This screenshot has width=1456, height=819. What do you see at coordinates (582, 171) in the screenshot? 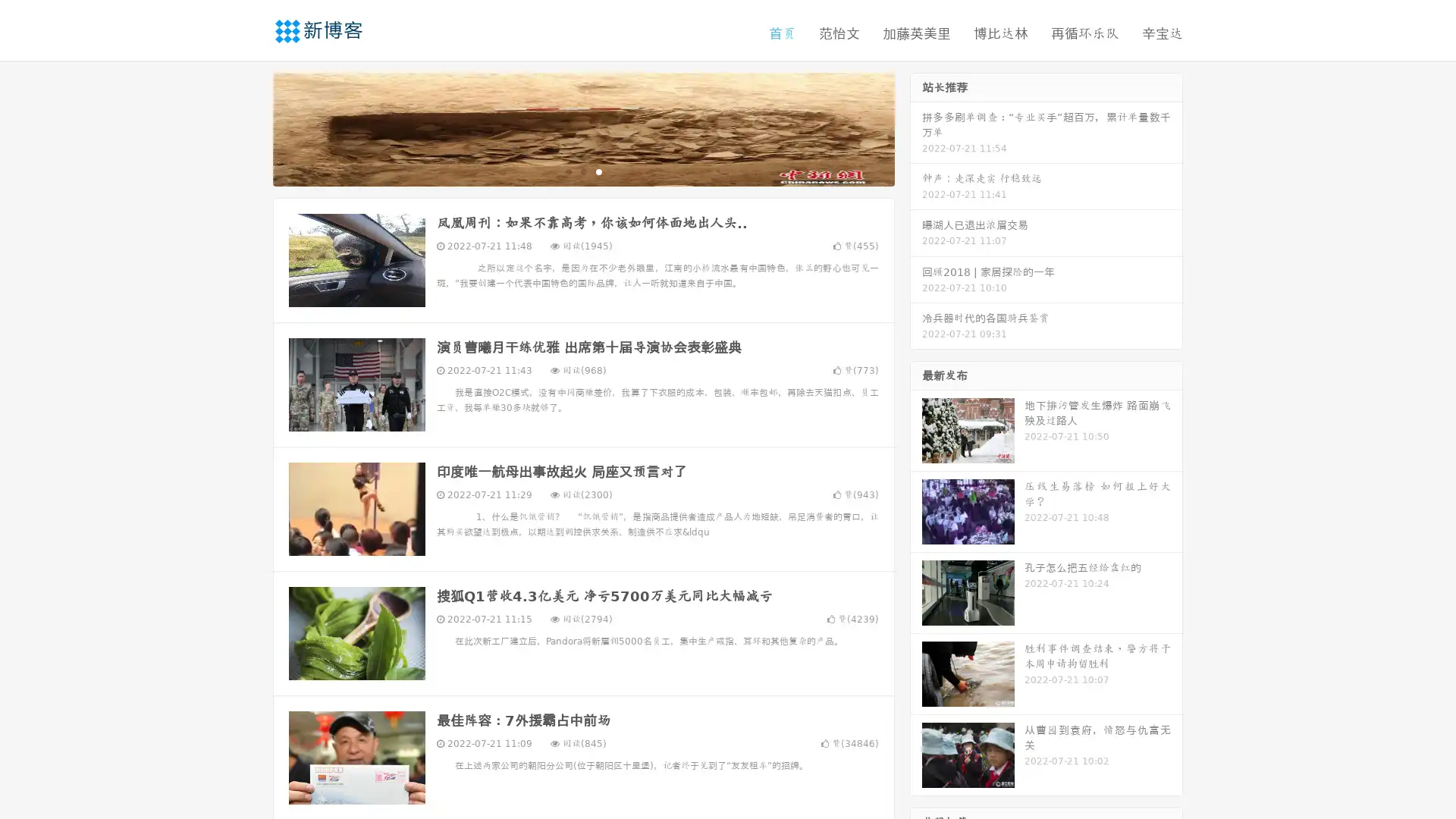
I see `Go to slide 2` at bounding box center [582, 171].